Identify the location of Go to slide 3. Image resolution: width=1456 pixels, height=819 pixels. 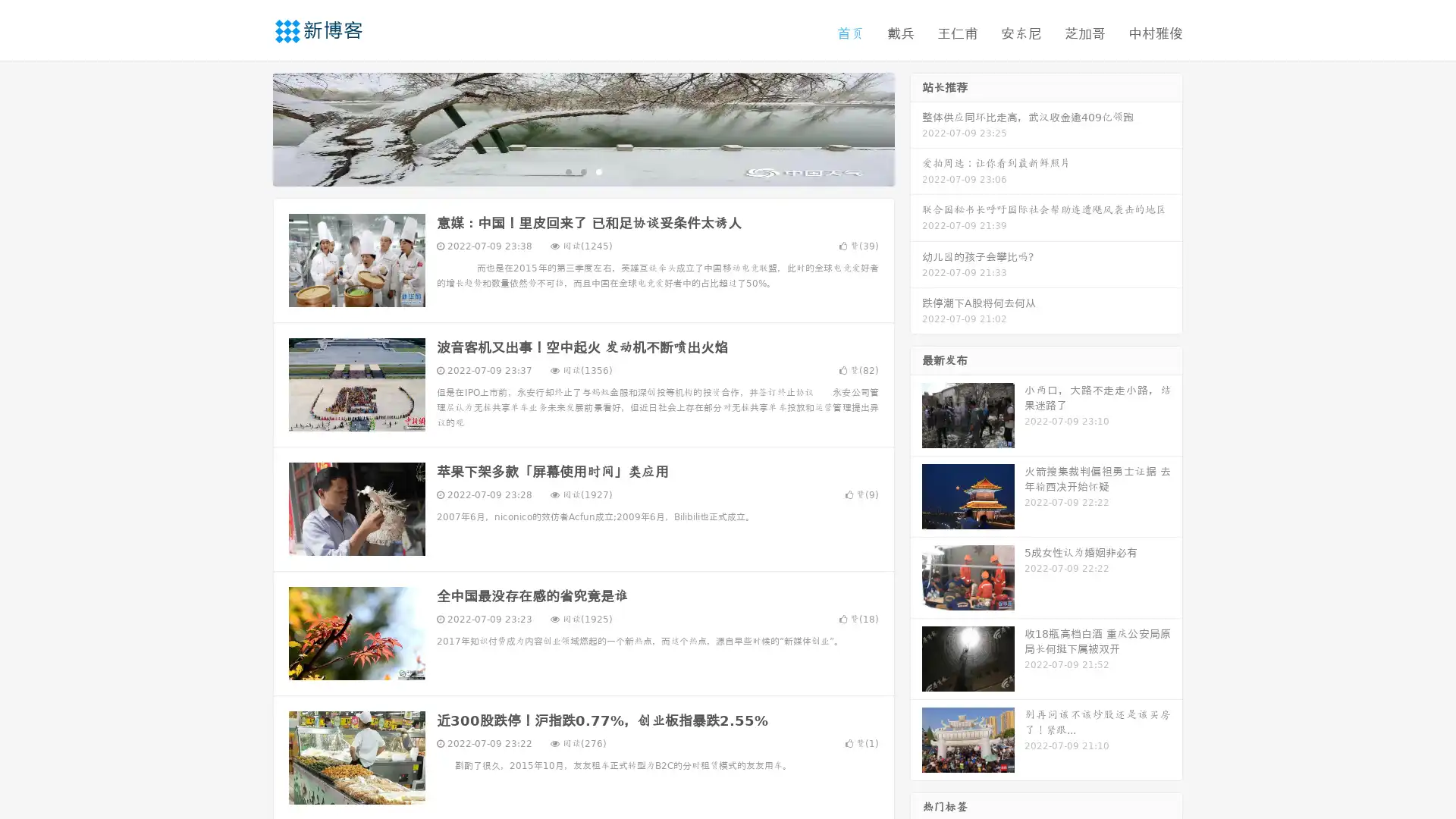
(598, 171).